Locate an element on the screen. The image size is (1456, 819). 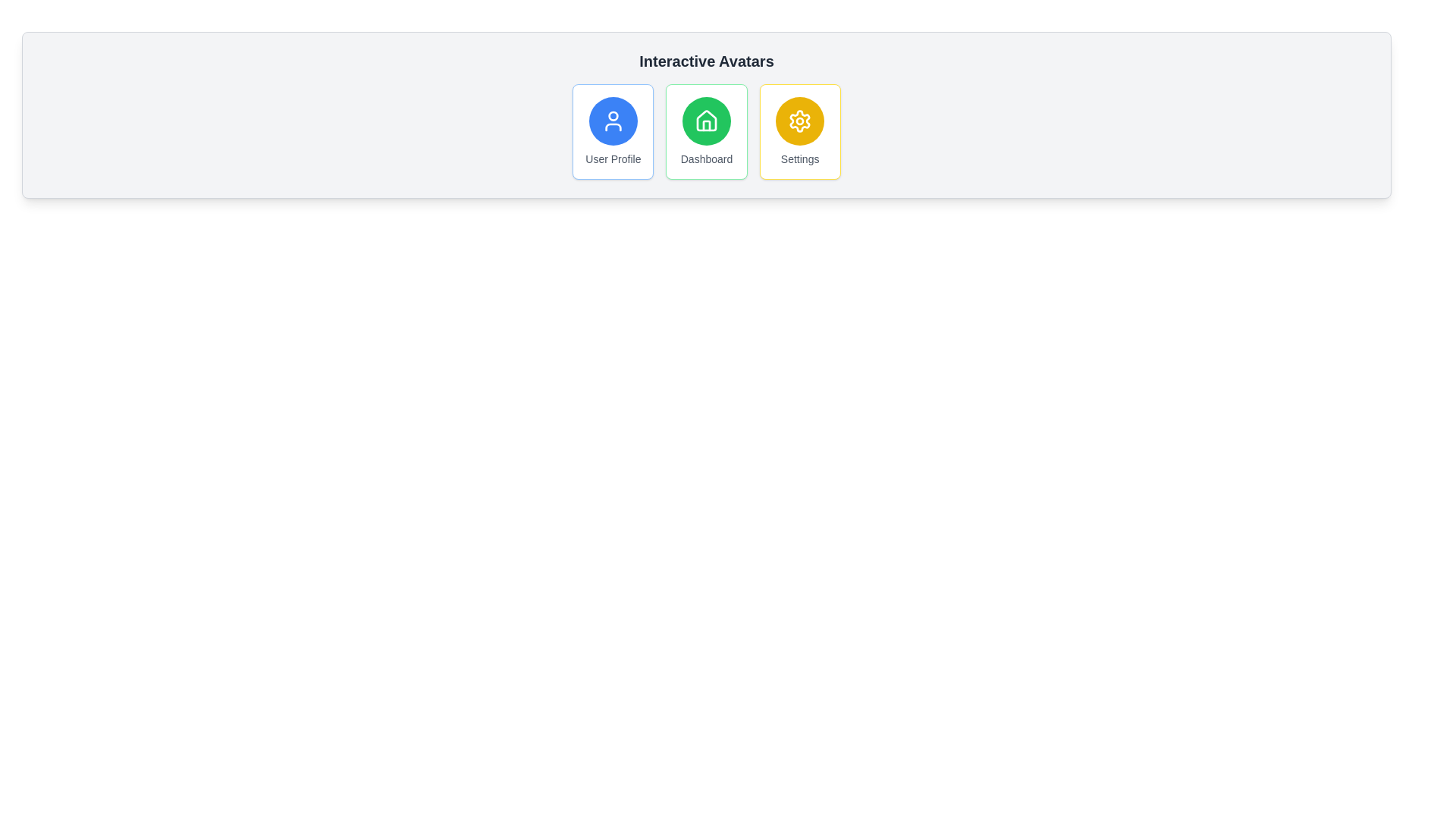
the 'Dashboard' icon, which is centrally located between 'User Profile' and 'Settings' is located at coordinates (705, 120).